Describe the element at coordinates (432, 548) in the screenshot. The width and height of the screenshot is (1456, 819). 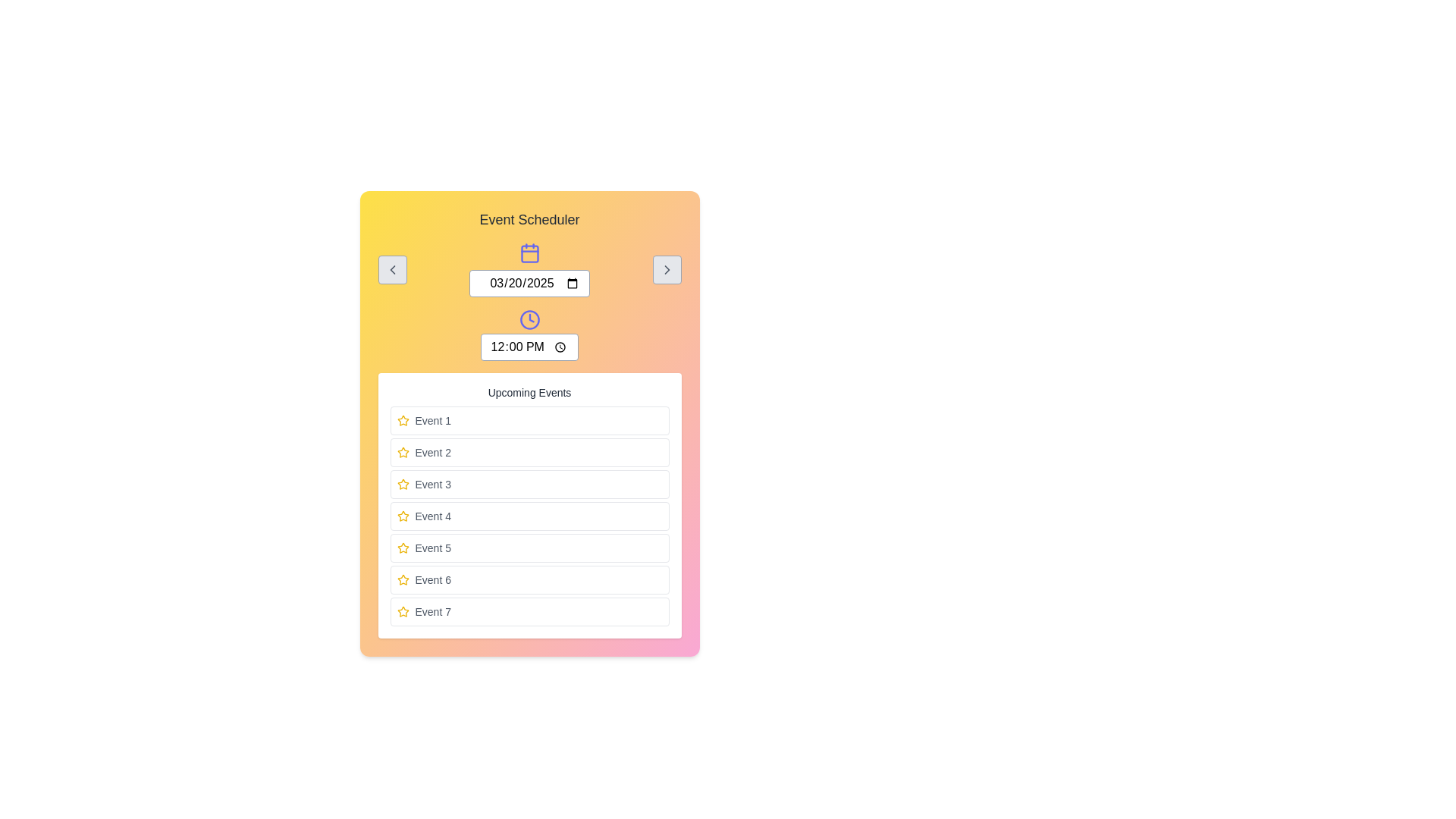
I see `the text label displaying 'Event 5' in gray font, which is adjacent to a star icon, located under 'Upcoming Events.'` at that location.